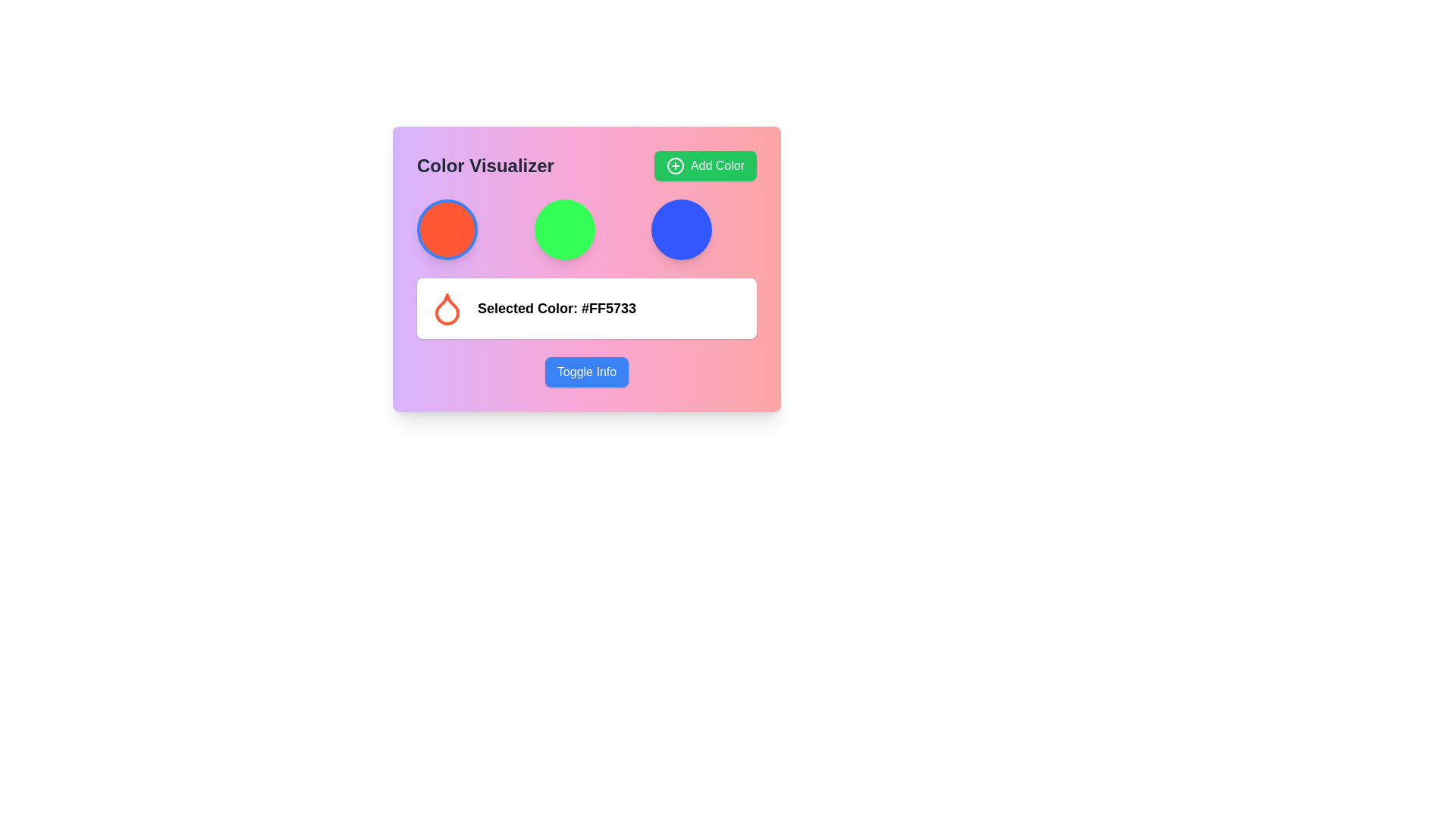  Describe the element at coordinates (681, 230) in the screenshot. I see `the circular blue button located on the far right of the row beneath the 'Add Color' button to trigger its visual effects` at that location.